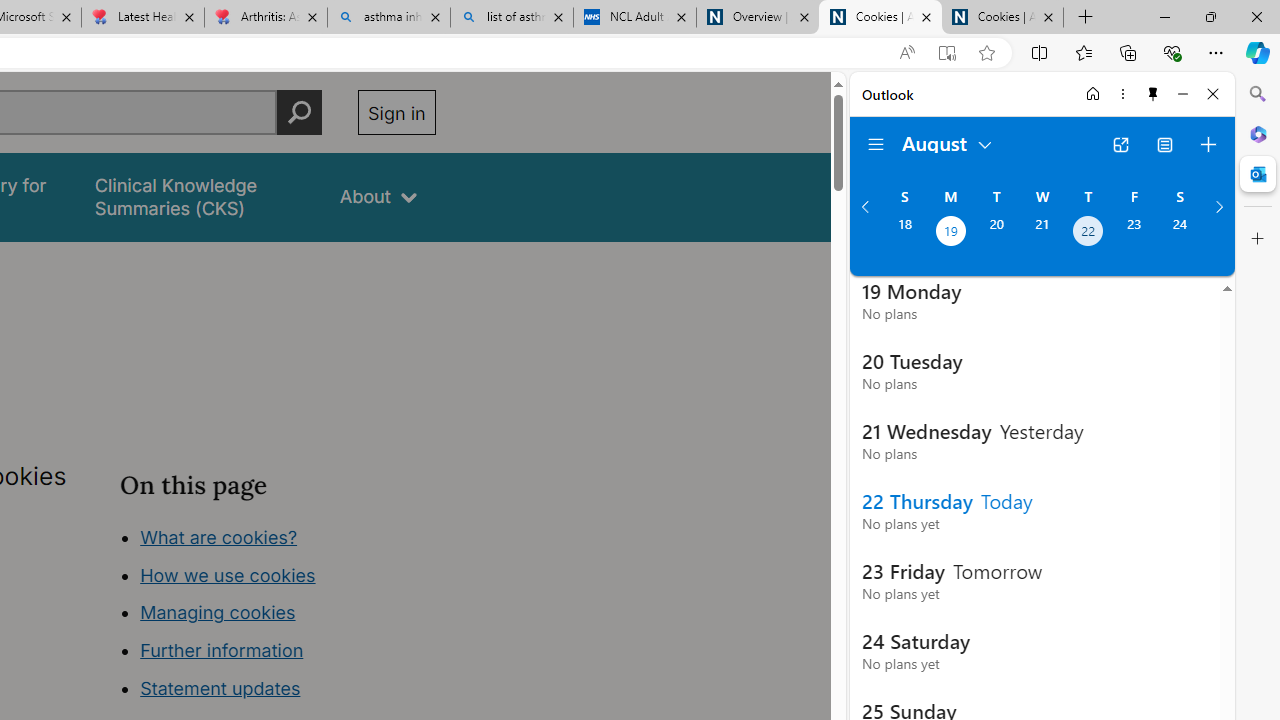 The height and width of the screenshot is (720, 1280). Describe the element at coordinates (876, 144) in the screenshot. I see `'Folder navigation'` at that location.